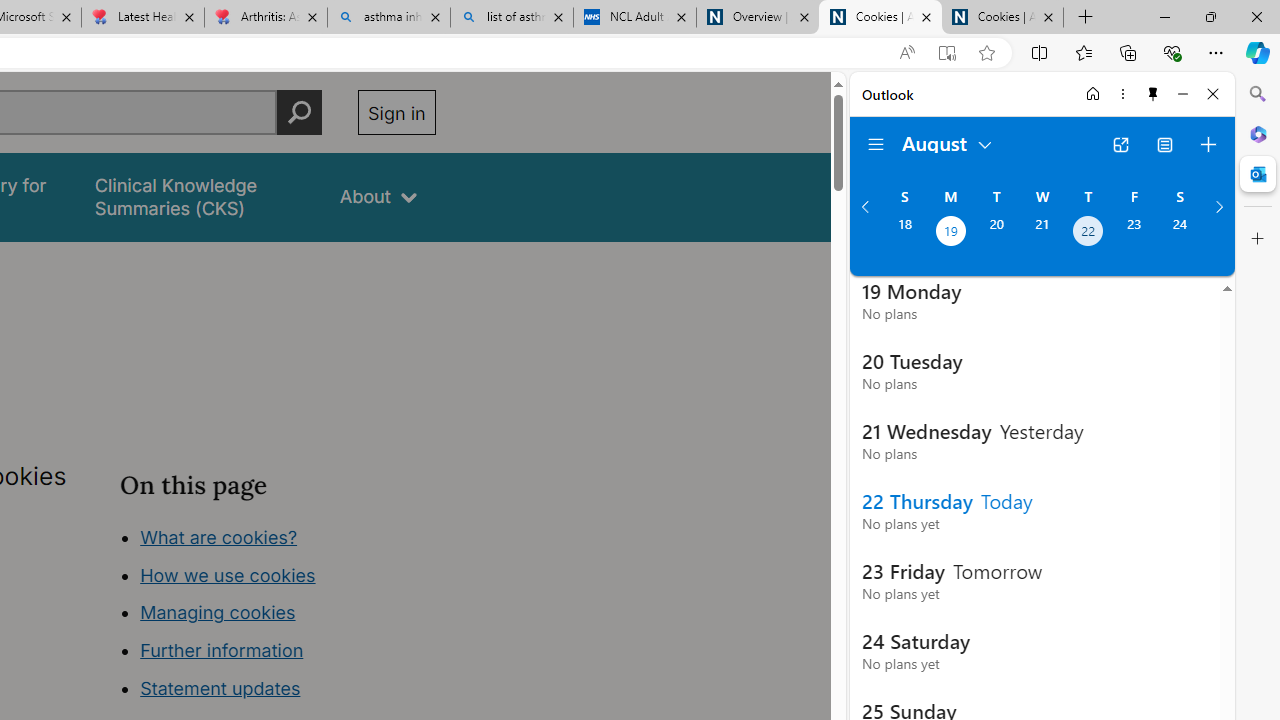 The height and width of the screenshot is (720, 1280). Describe the element at coordinates (876, 144) in the screenshot. I see `'Folder navigation'` at that location.